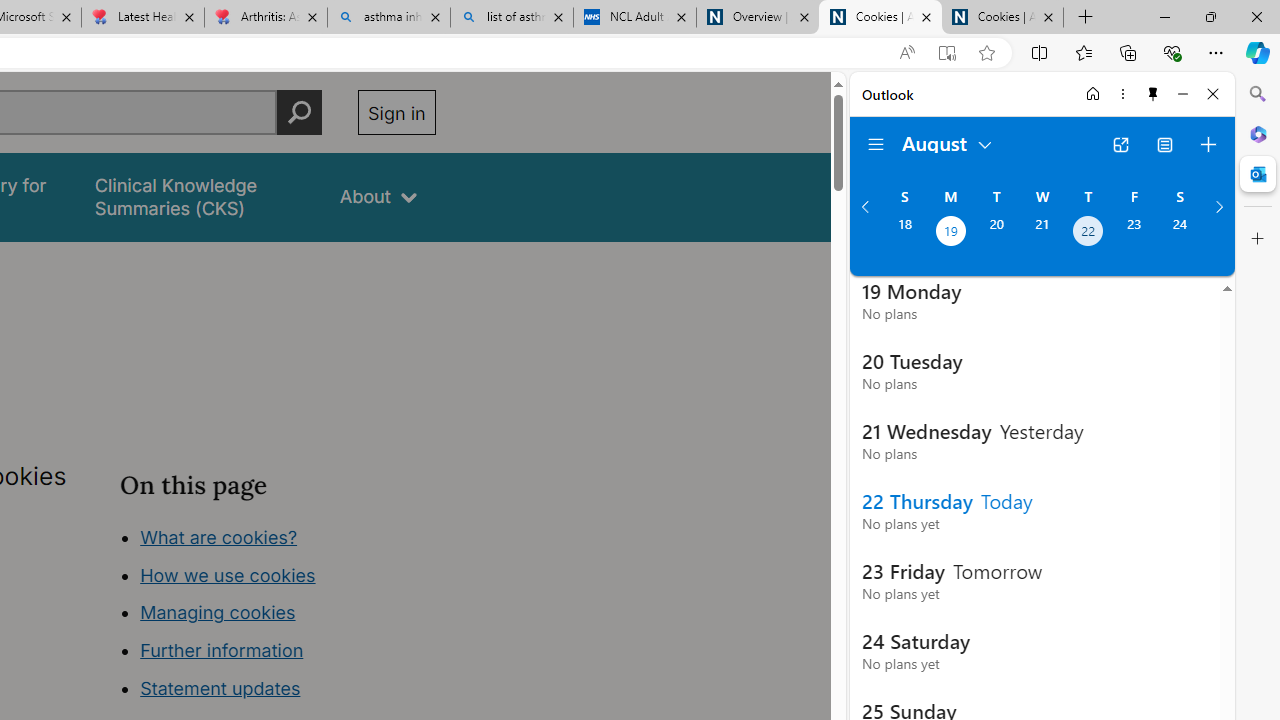 The height and width of the screenshot is (720, 1280). Describe the element at coordinates (876, 144) in the screenshot. I see `'Folder navigation'` at that location.